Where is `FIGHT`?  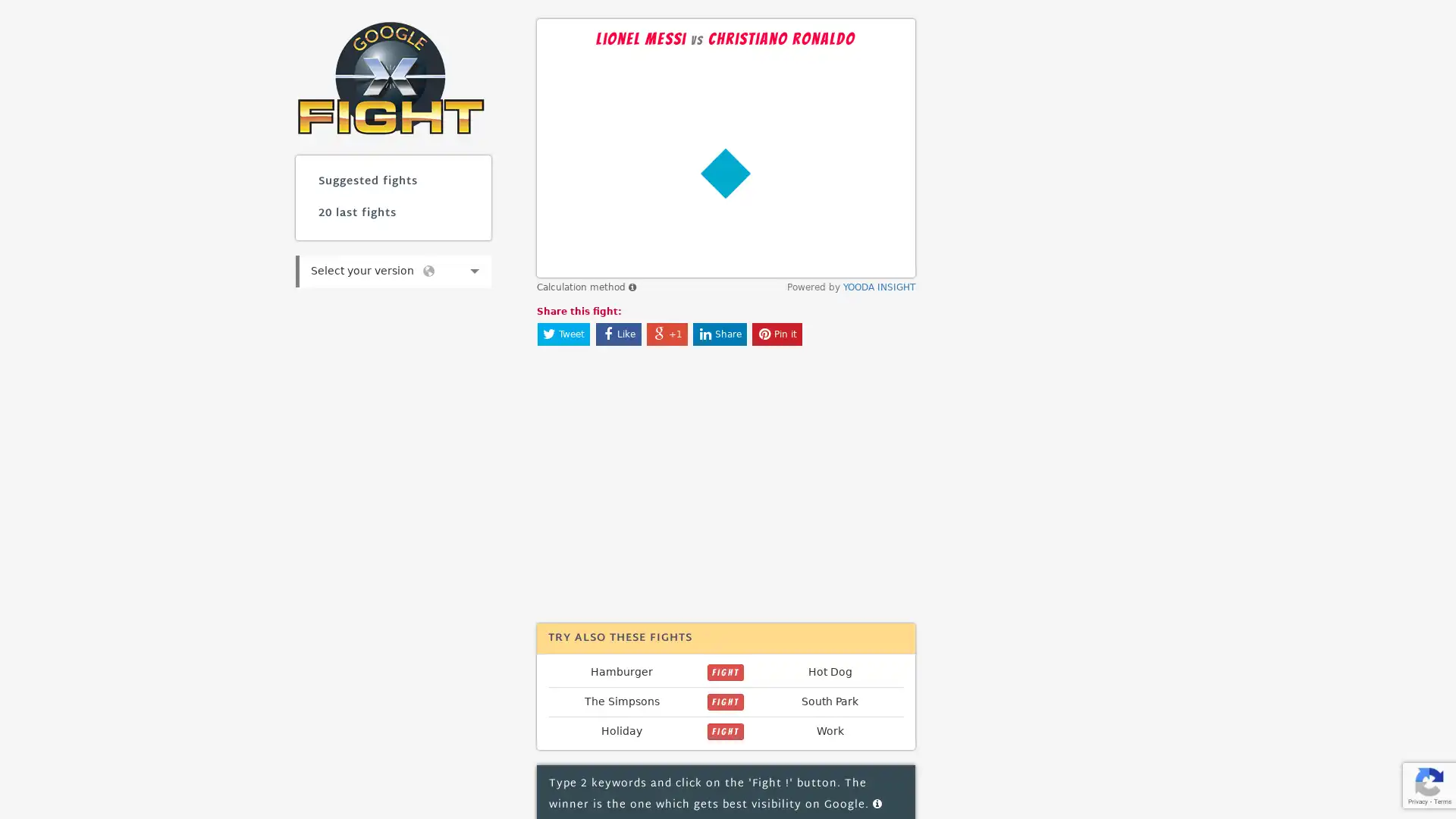 FIGHT is located at coordinates (724, 730).